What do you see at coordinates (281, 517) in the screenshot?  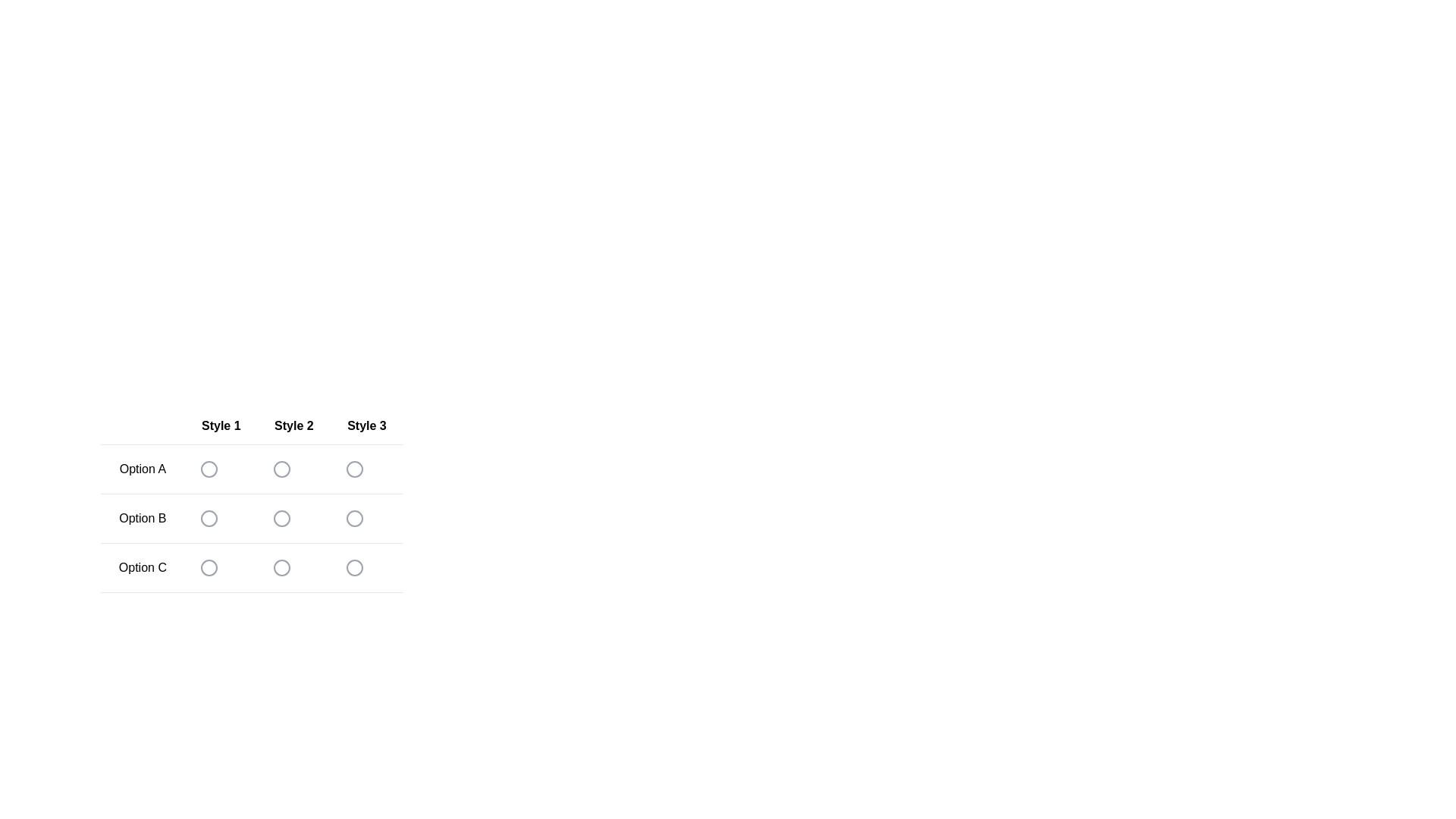 I see `the radio button in the 'Style 2' column under the 'Option B' label` at bounding box center [281, 517].